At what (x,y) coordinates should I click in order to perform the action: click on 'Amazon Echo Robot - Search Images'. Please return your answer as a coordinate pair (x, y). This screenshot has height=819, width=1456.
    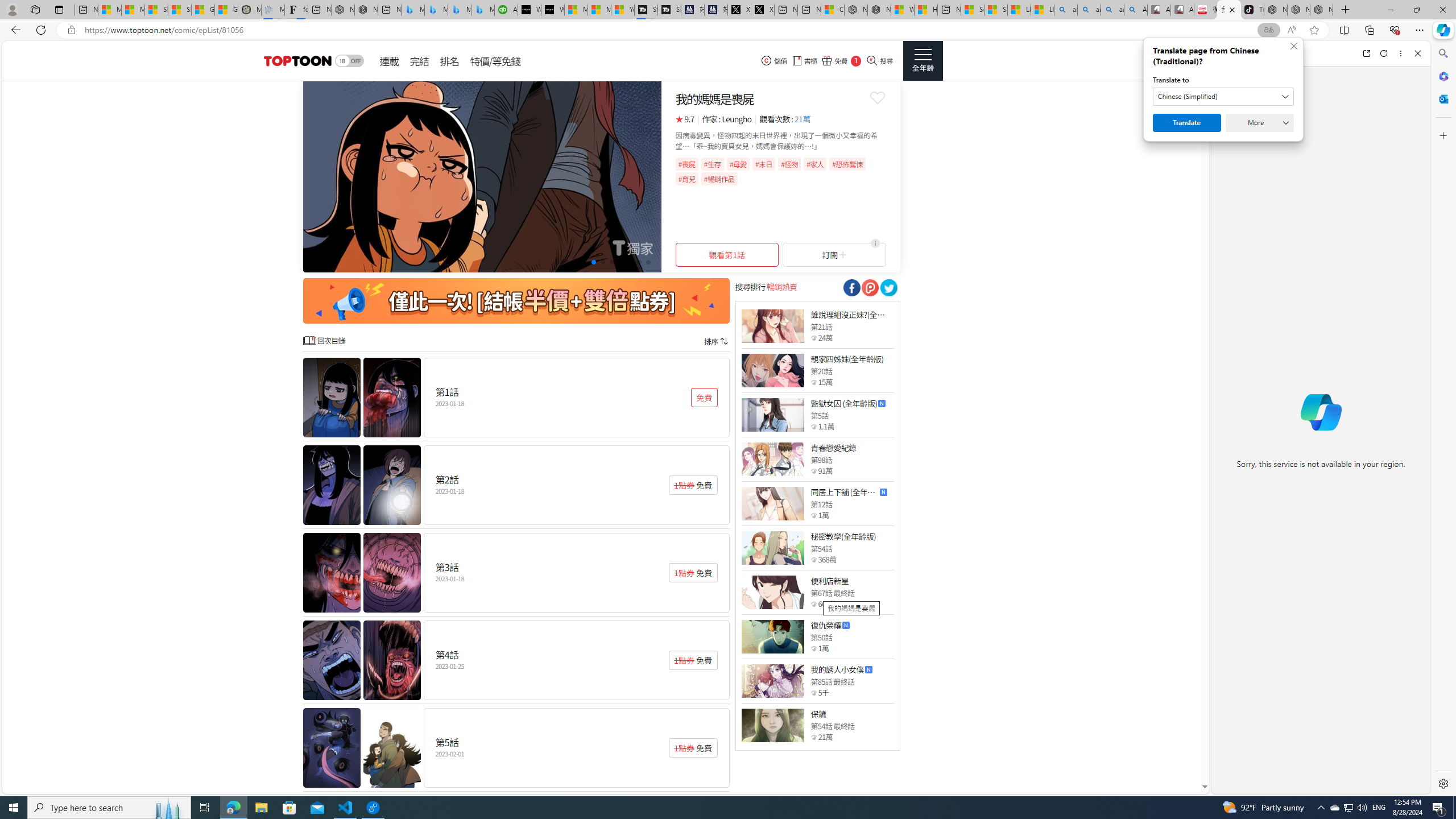
    Looking at the image, I should click on (1135, 9).